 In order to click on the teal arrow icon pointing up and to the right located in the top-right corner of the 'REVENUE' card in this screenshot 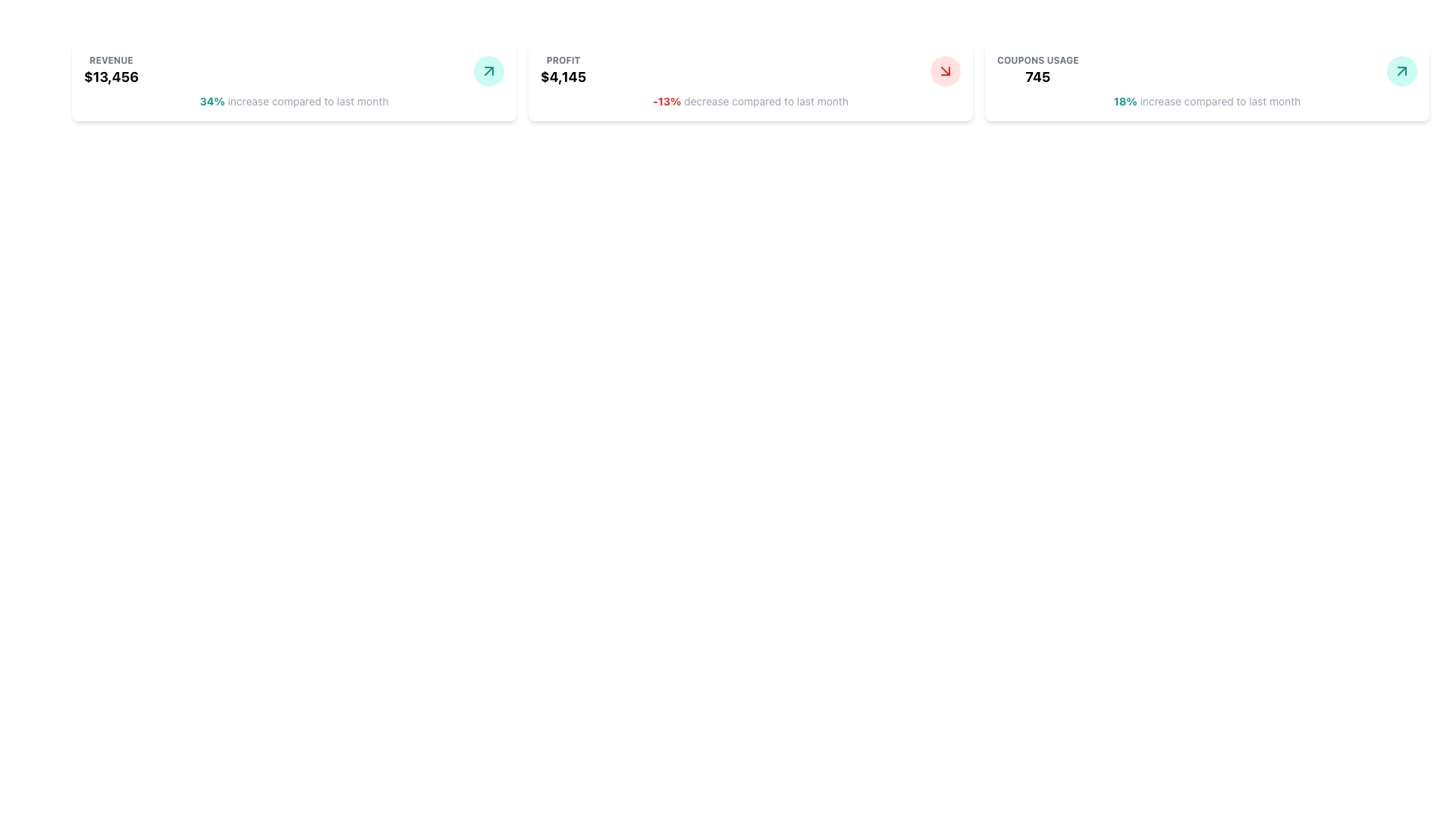, I will do `click(488, 71)`.